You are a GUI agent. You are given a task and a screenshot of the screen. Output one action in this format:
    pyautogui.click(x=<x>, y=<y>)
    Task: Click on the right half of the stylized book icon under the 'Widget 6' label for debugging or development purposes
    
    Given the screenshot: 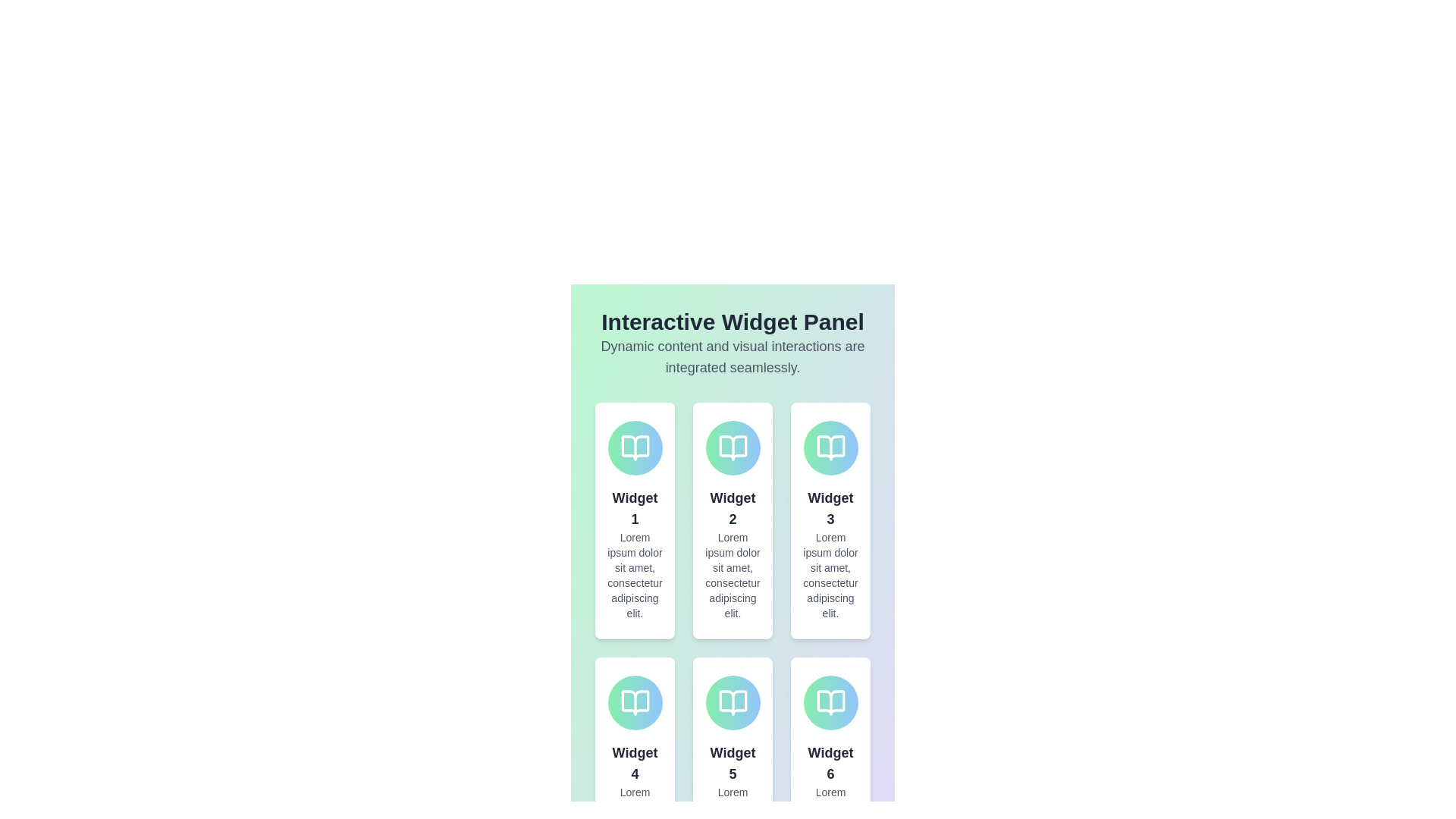 What is the action you would take?
    pyautogui.click(x=830, y=702)
    